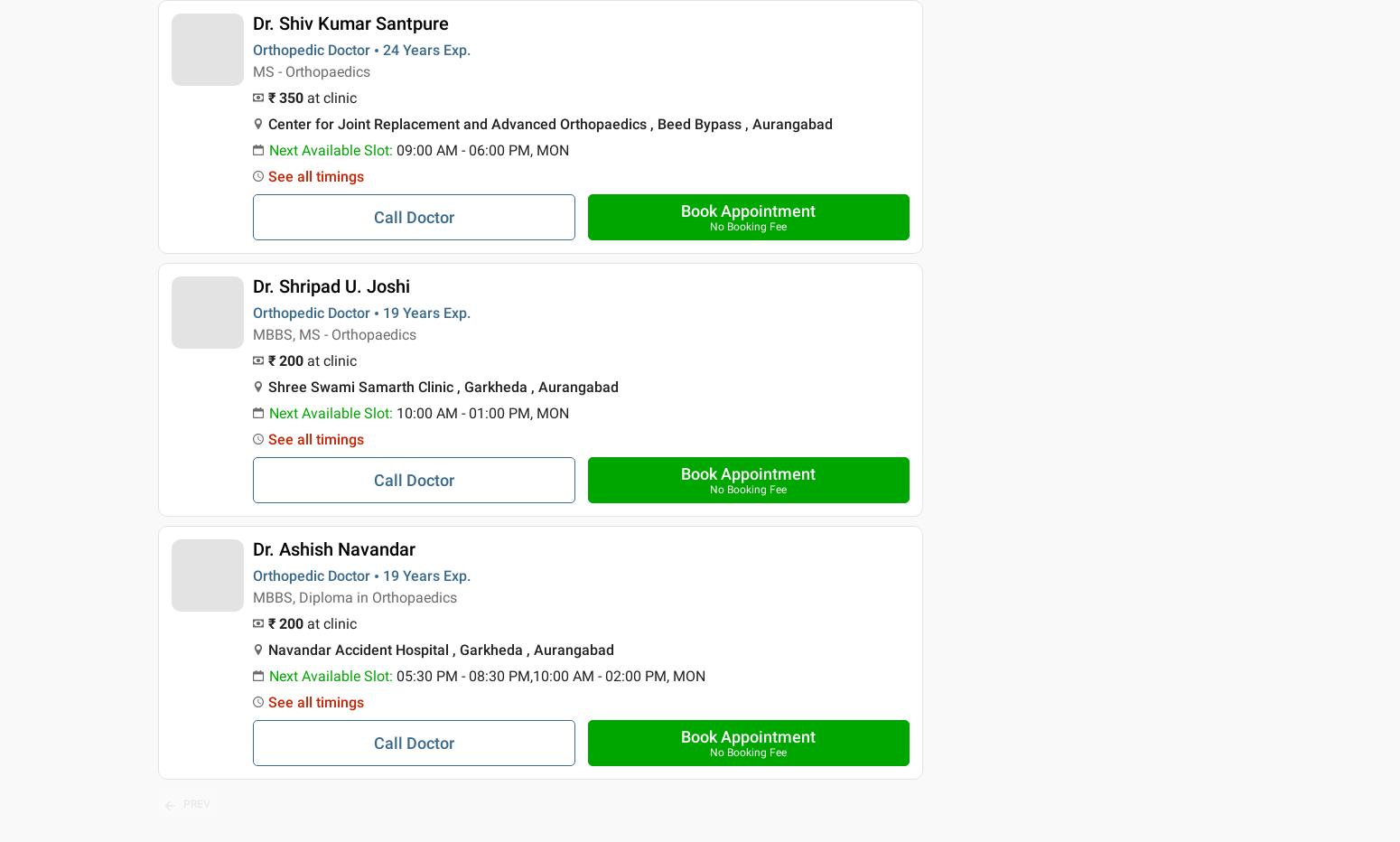 Image resolution: width=1400 pixels, height=842 pixels. I want to click on '10:00 AM - 01:00 PM, MON', so click(481, 413).